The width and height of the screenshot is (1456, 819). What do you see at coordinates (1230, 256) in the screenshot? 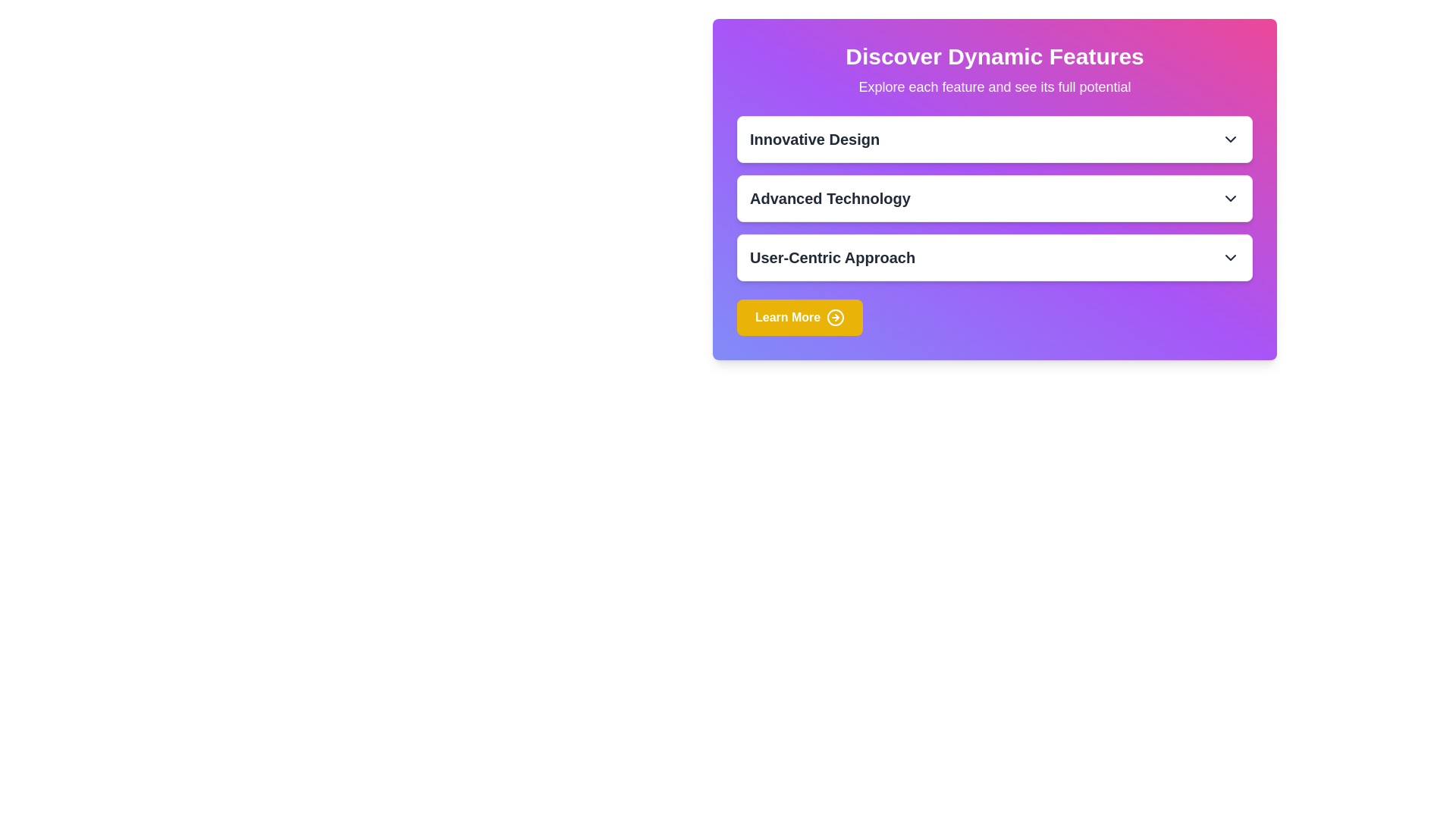
I see `the chevron down icon indicating dropdown functionality within the 'User-Centric Approach' dropdown component` at bounding box center [1230, 256].